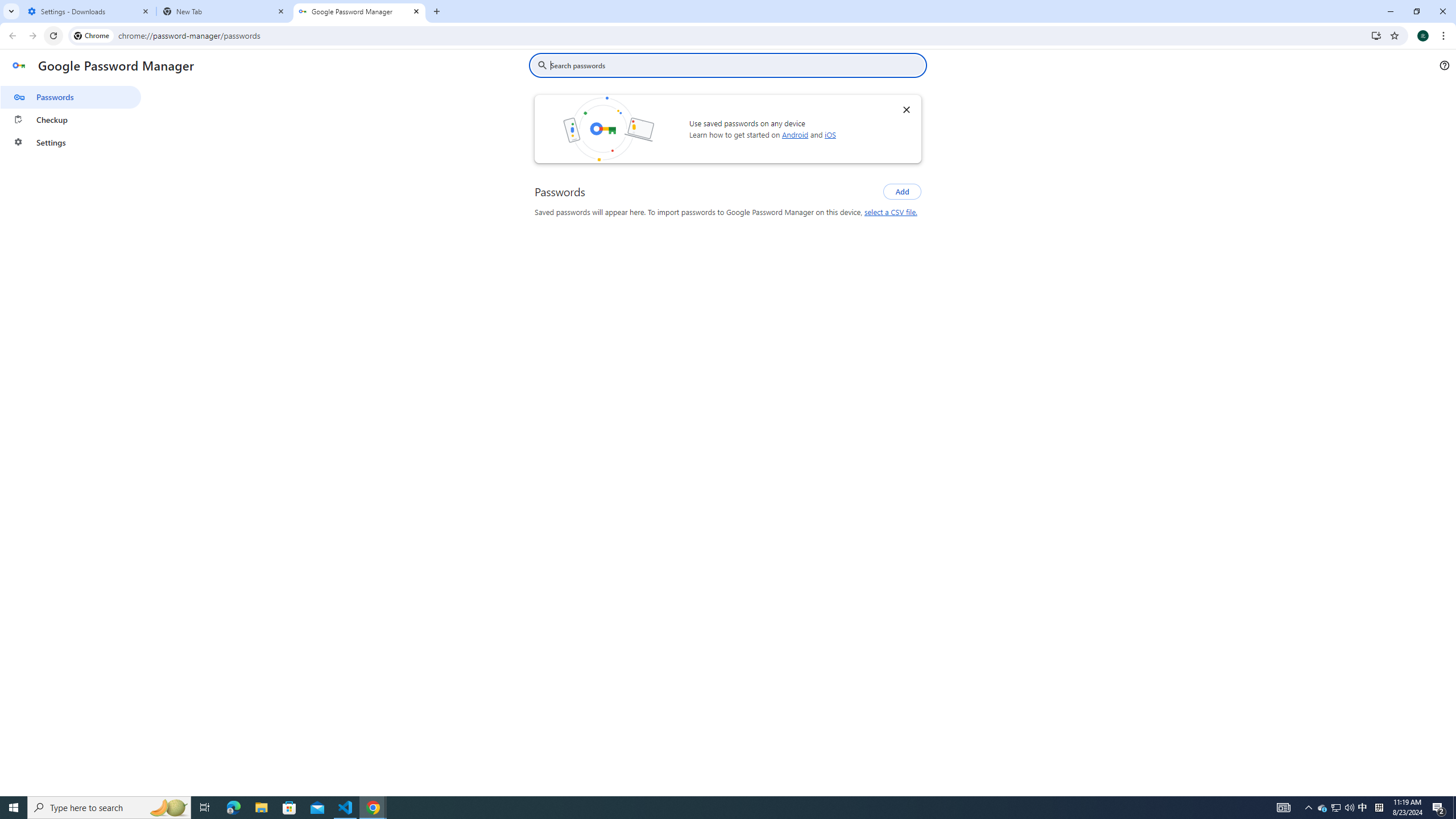 Image resolution: width=1456 pixels, height=819 pixels. I want to click on 'iOS', so click(830, 134).